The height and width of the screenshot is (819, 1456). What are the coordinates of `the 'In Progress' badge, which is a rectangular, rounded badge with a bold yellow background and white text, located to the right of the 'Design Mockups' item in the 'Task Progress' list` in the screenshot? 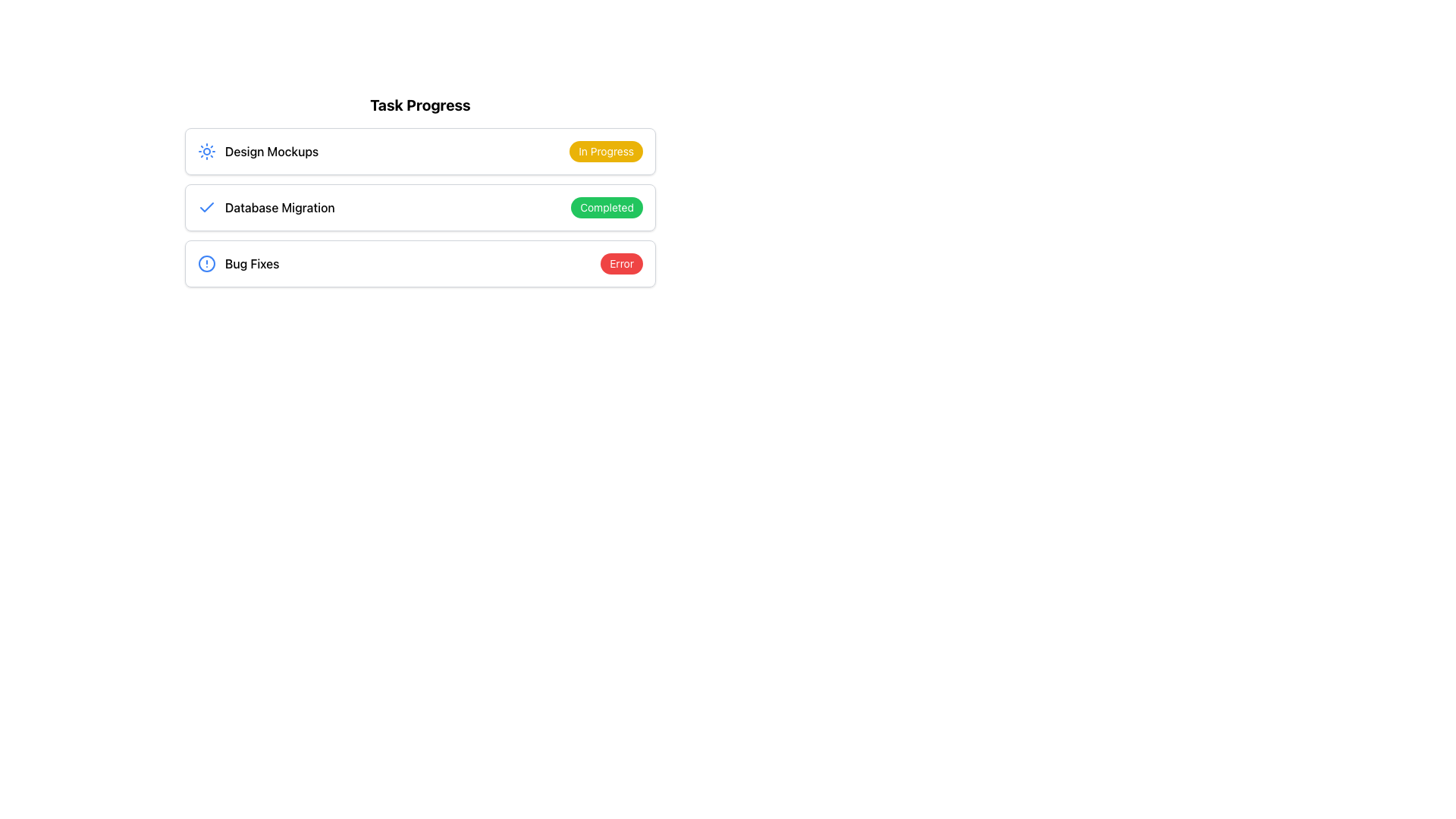 It's located at (605, 152).